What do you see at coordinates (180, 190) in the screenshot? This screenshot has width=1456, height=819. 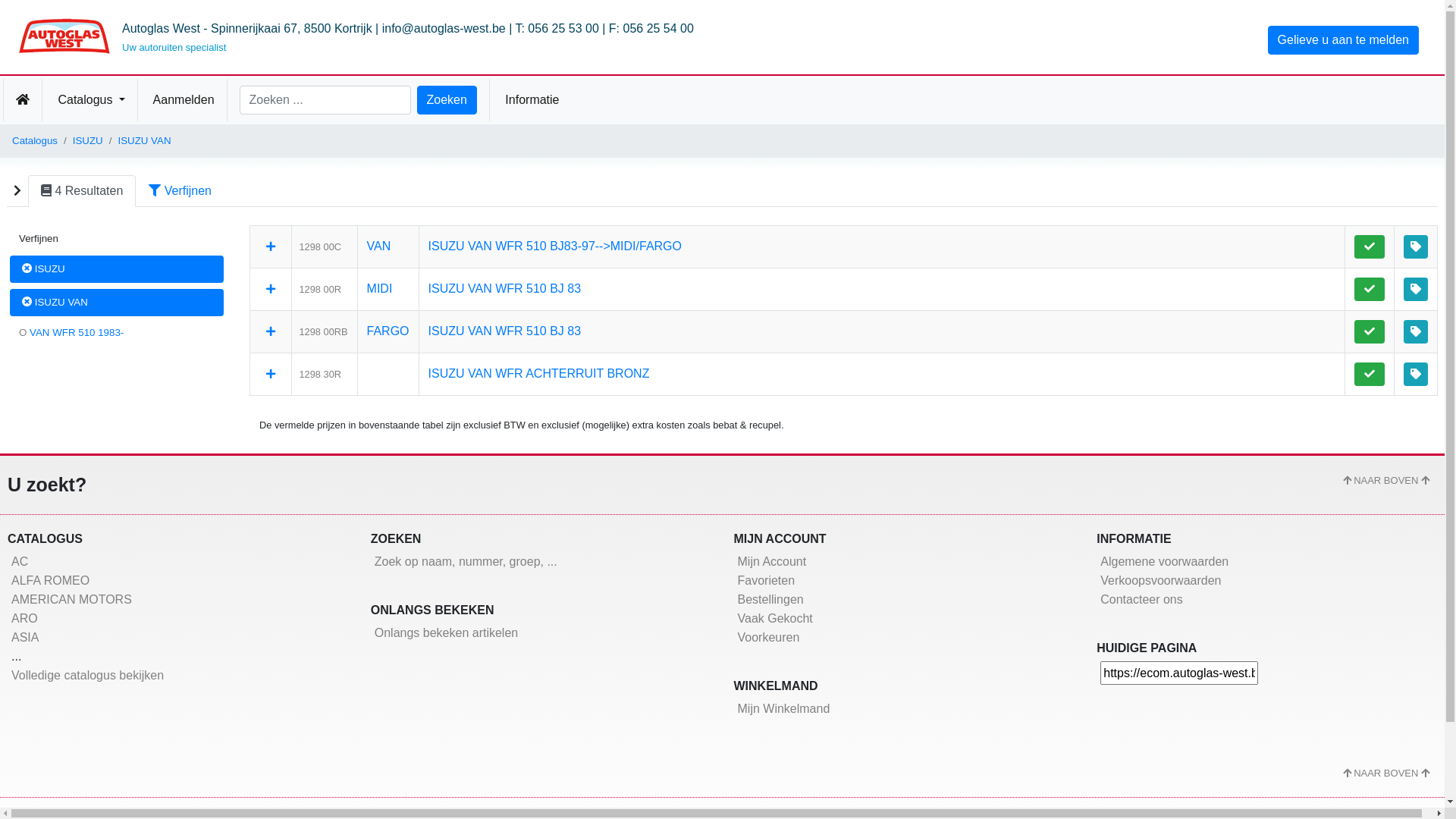 I see `'Verfijnen'` at bounding box center [180, 190].